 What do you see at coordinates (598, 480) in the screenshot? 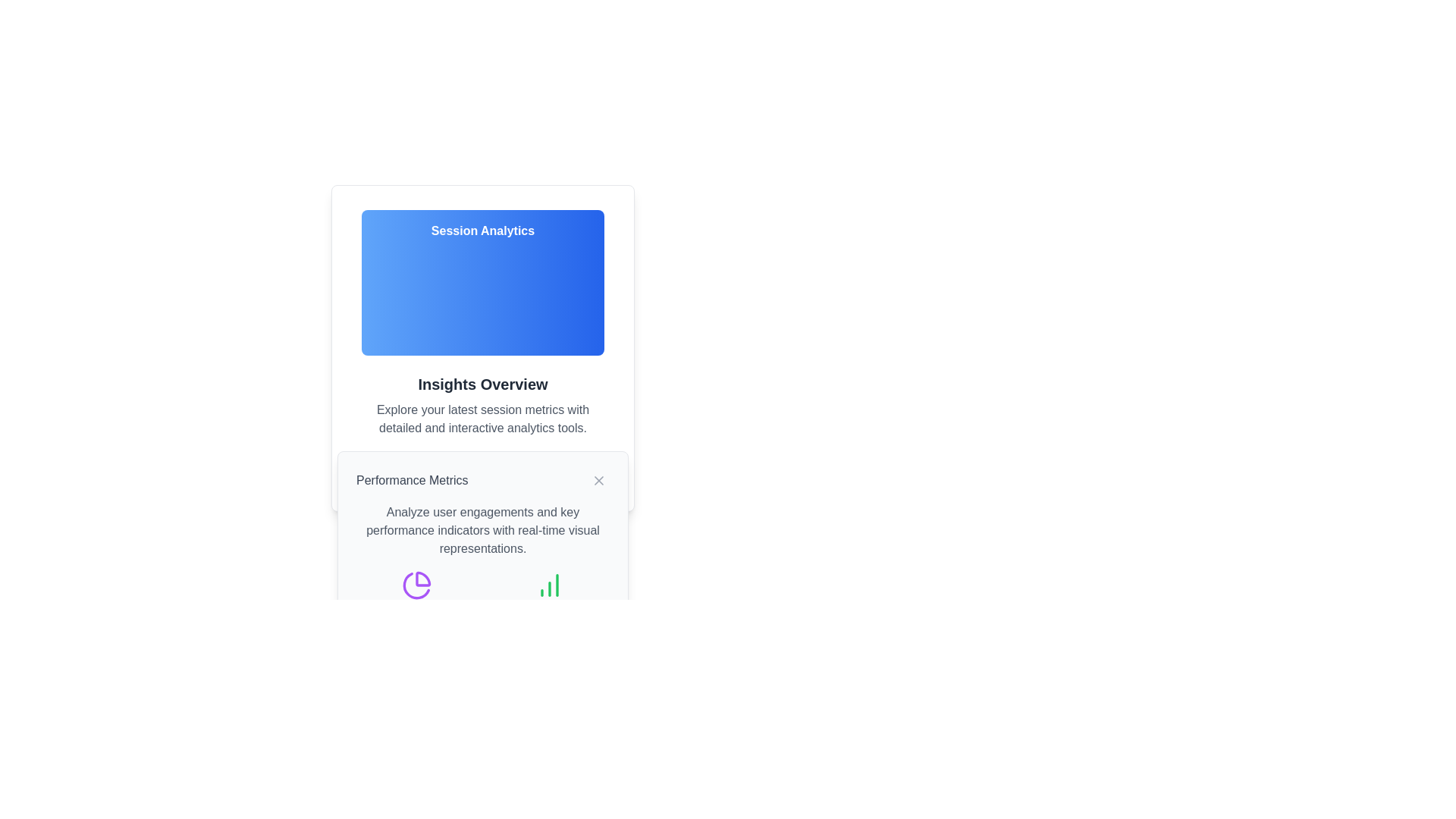
I see `the 'X' shaped icon in the upper-right corner of the 'Performance Metrics' section` at bounding box center [598, 480].